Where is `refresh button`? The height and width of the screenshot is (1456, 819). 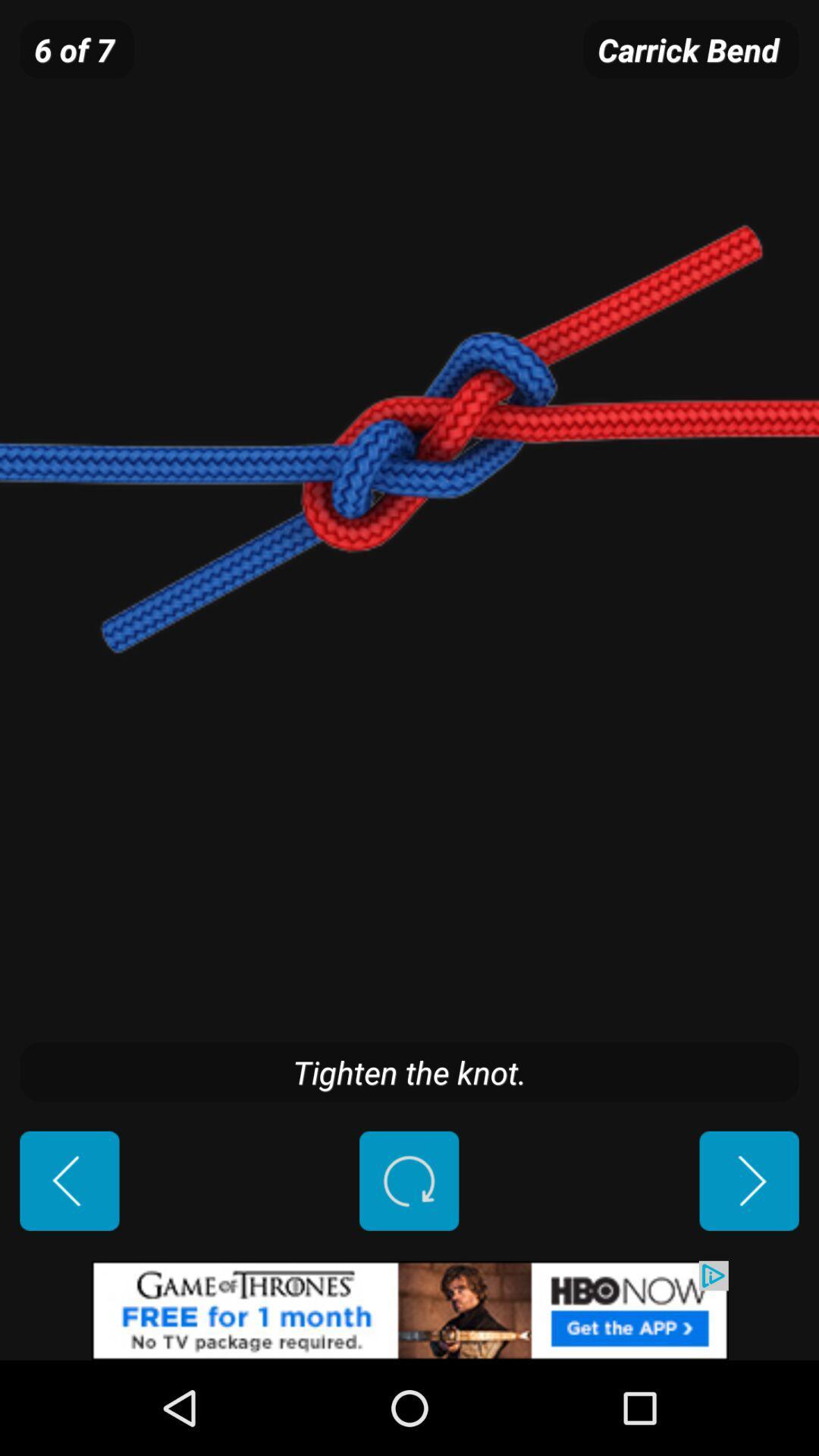
refresh button is located at coordinates (408, 1180).